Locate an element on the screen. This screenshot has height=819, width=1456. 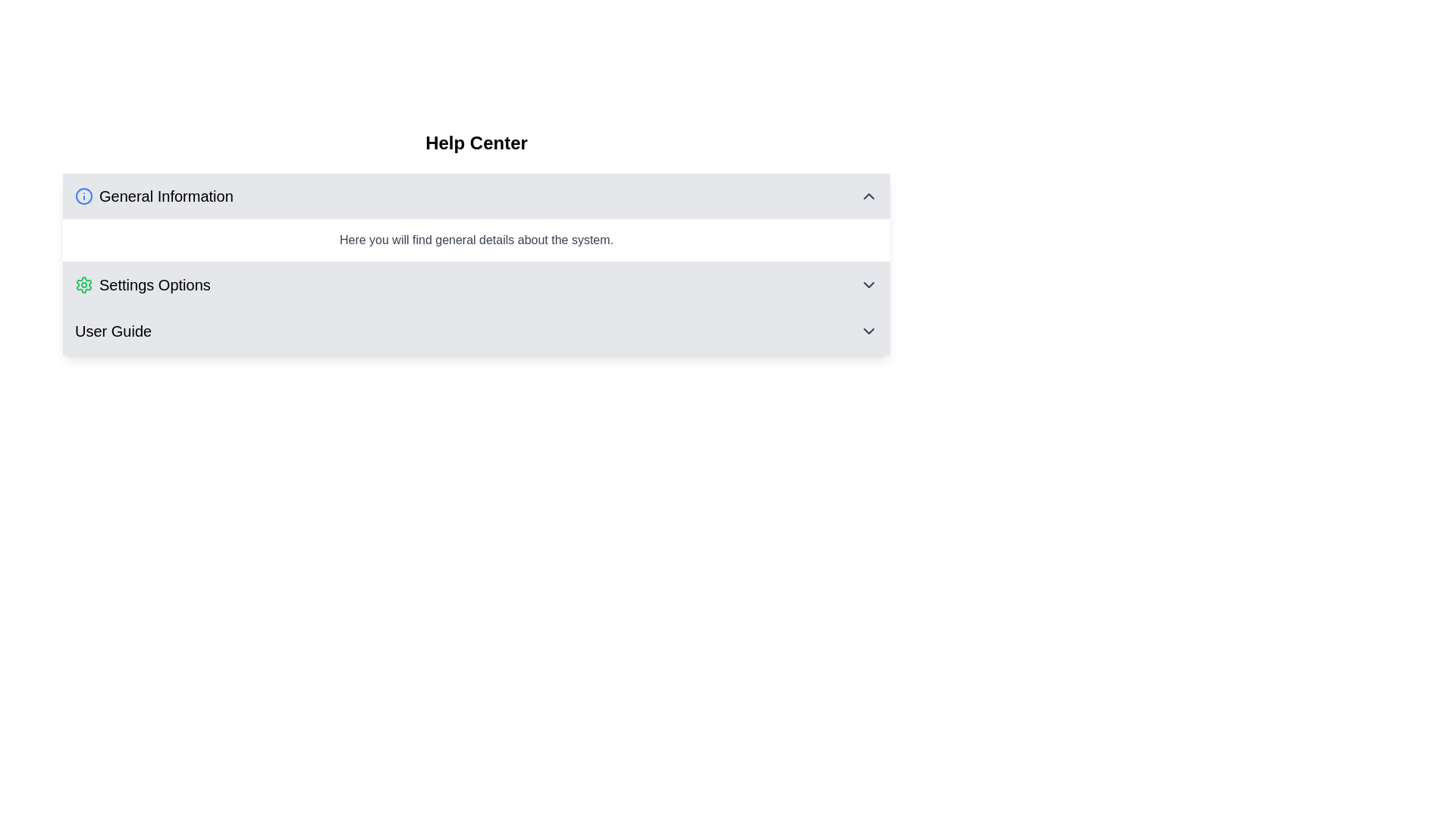
the circular boundary of the 'info' icon located left of the 'General Information' text in the top section of the menu is located at coordinates (83, 195).